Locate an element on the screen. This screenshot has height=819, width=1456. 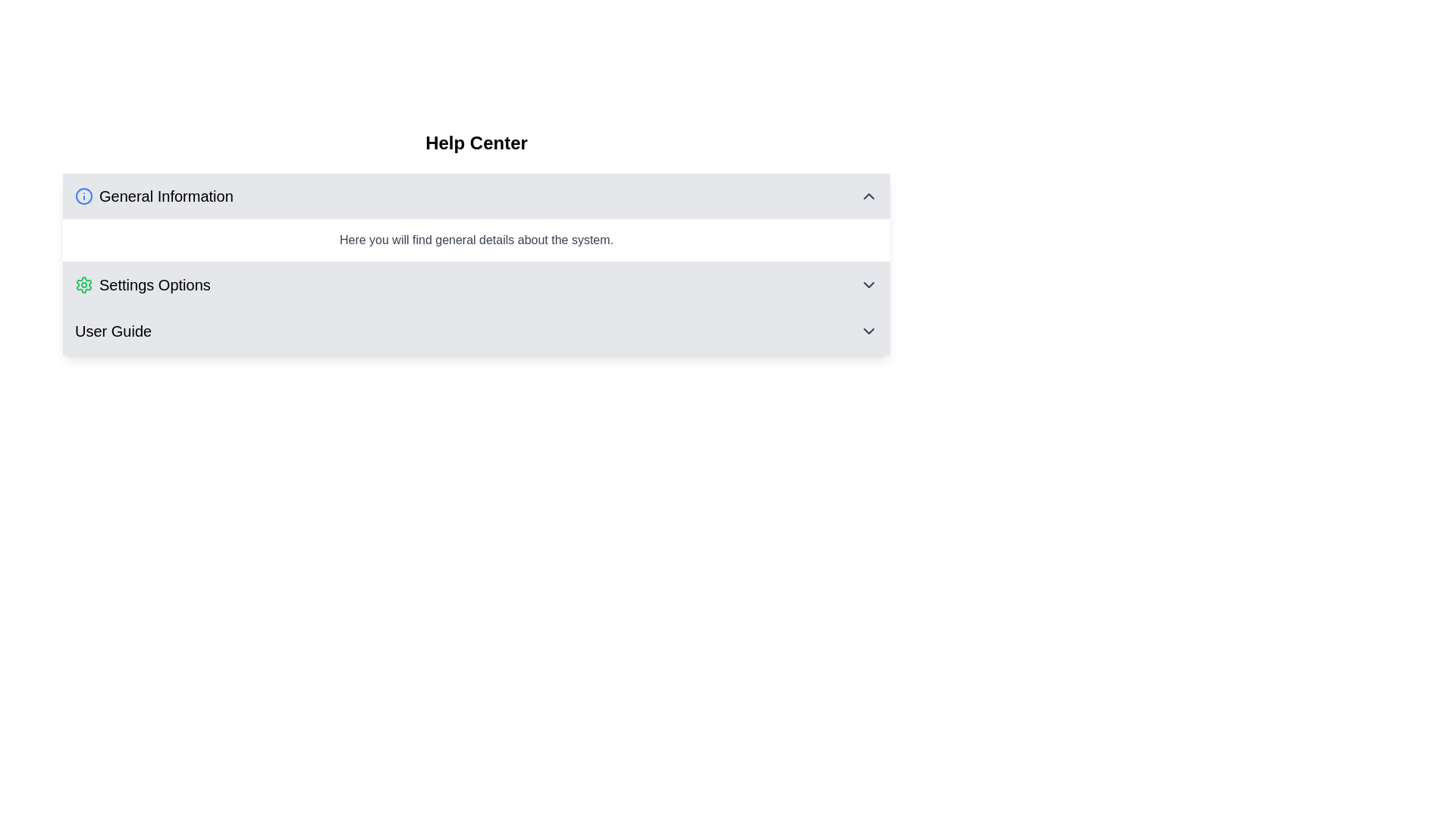
the circular boundary of the 'info' icon located left of the 'General Information' text in the top section of the menu is located at coordinates (83, 195).